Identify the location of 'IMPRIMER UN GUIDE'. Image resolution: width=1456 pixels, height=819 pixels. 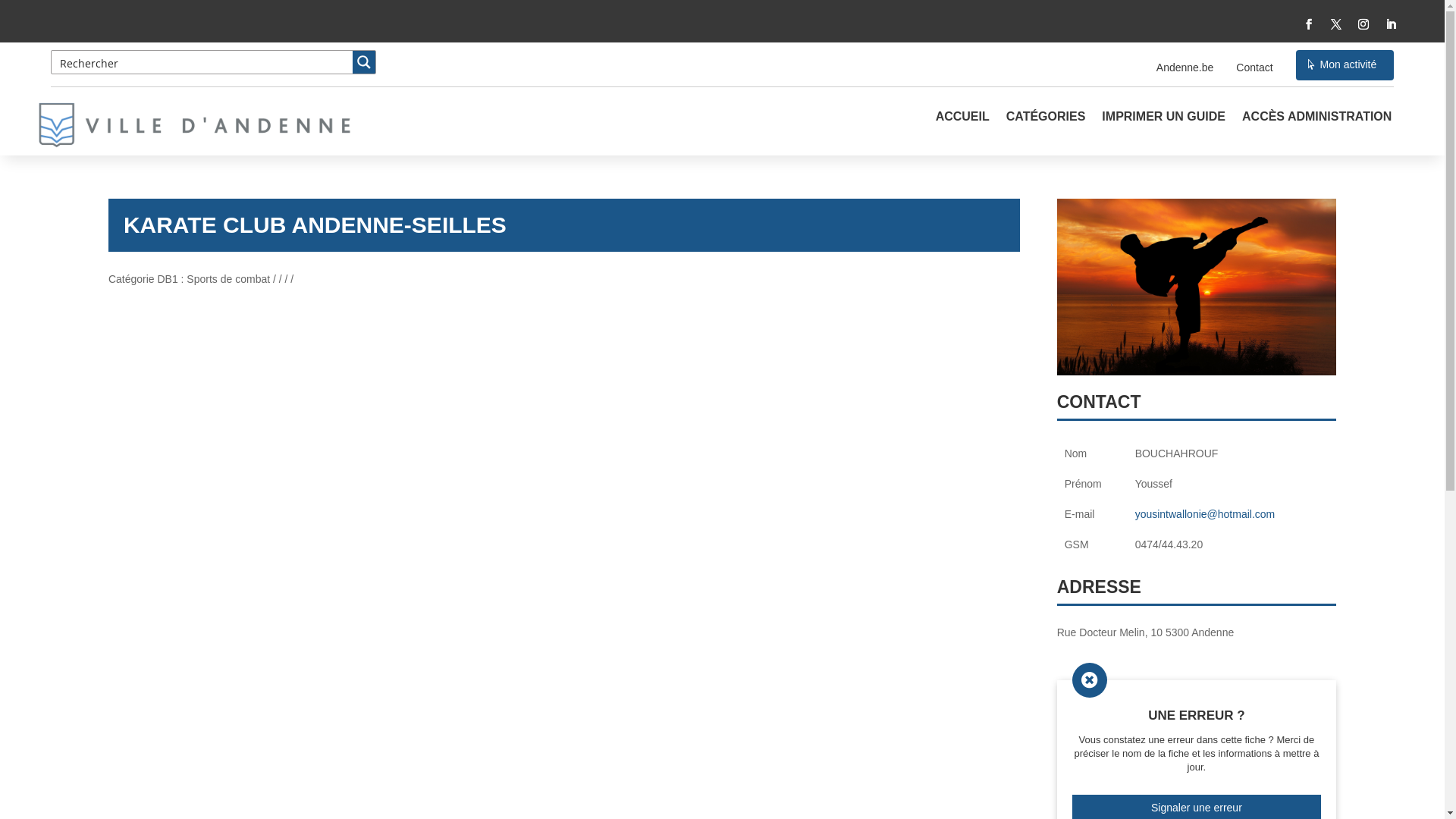
(1163, 127).